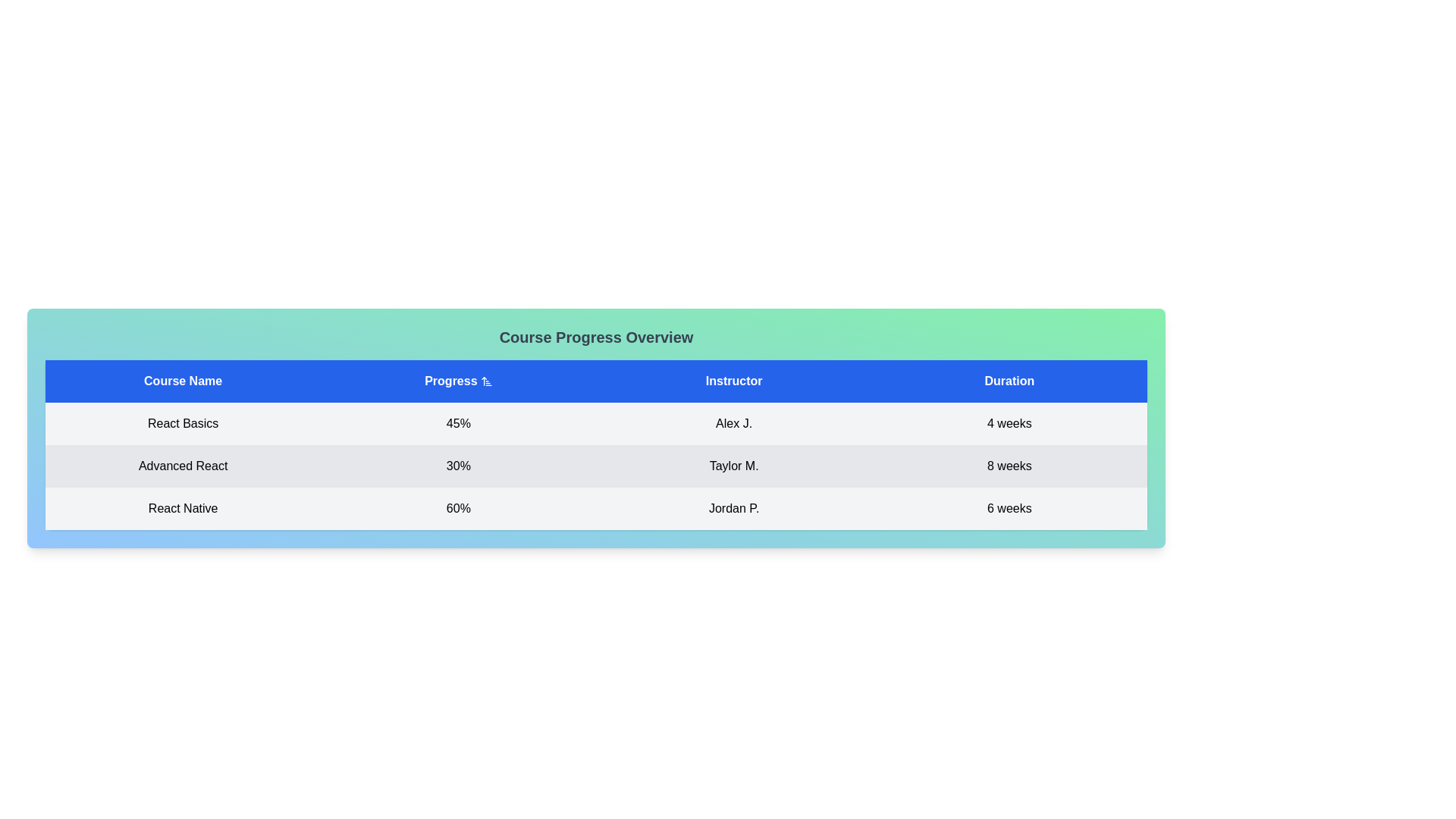 The image size is (1456, 819). Describe the element at coordinates (1009, 380) in the screenshot. I see `the 'Duration' Table Header Cell, which is a blue rectangular cell with white bold text, located in the fourth column of the table header` at that location.